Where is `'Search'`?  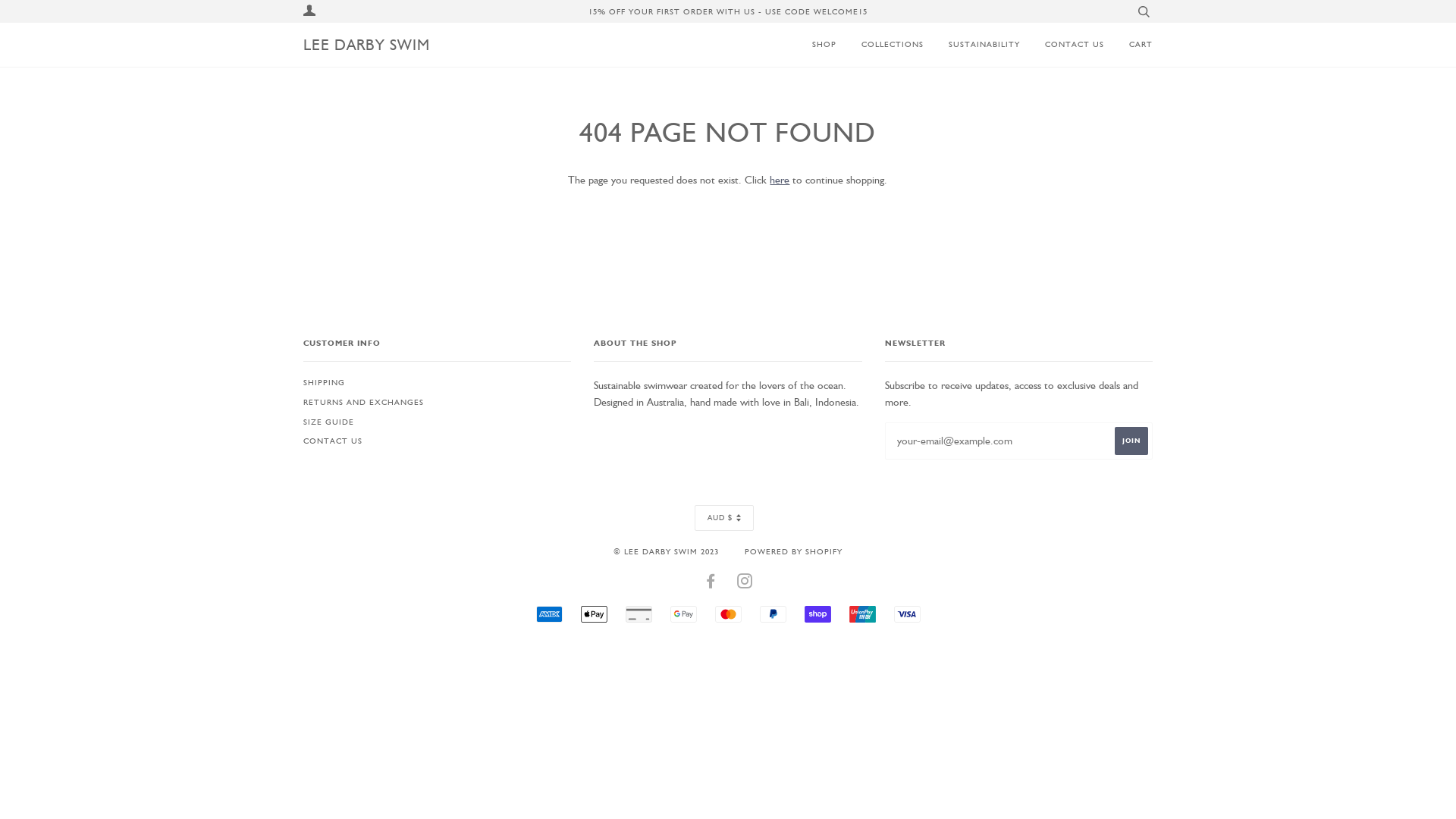 'Search' is located at coordinates (1133, 11).